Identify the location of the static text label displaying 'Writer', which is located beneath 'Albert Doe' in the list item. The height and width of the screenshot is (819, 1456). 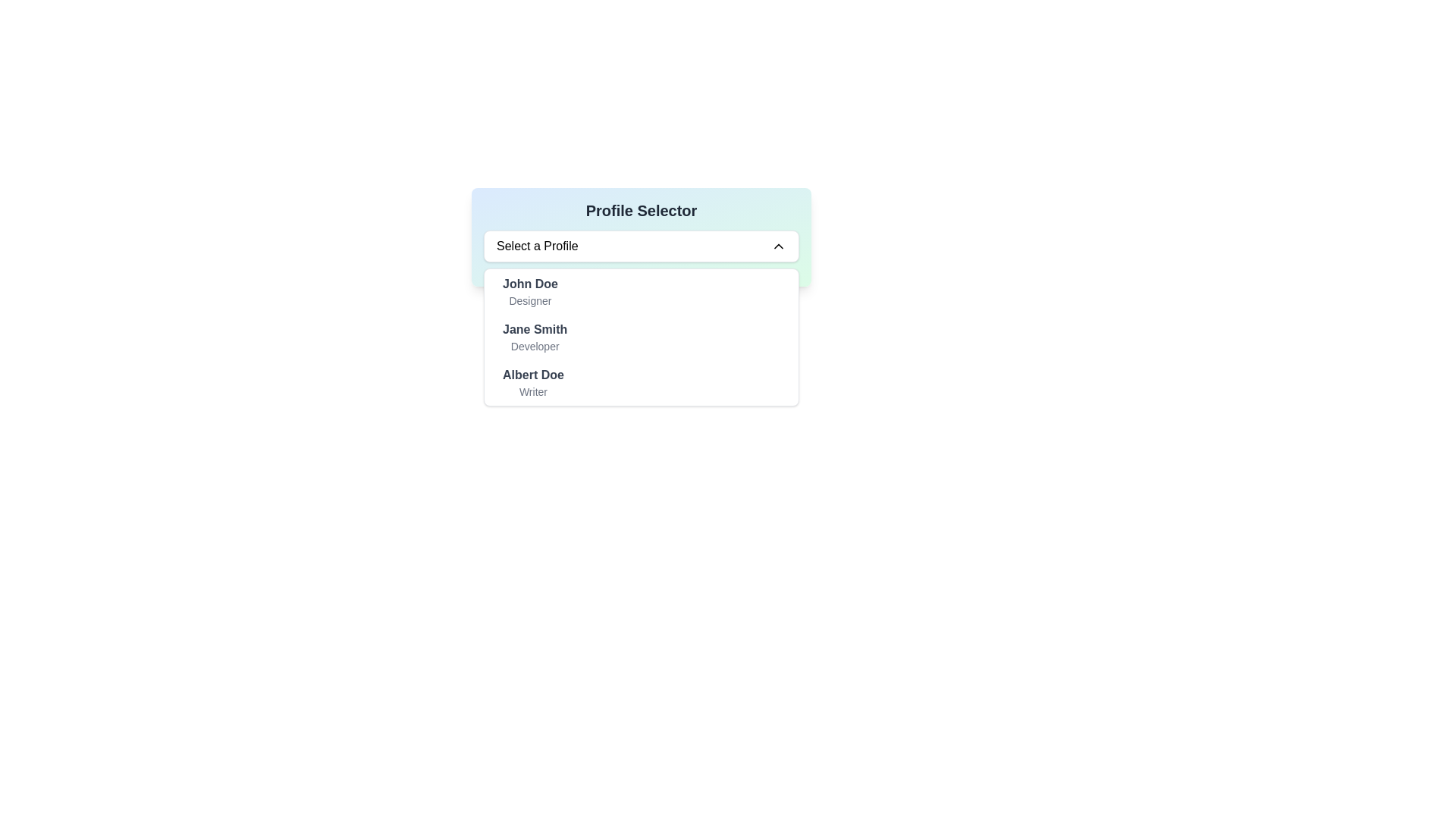
(533, 391).